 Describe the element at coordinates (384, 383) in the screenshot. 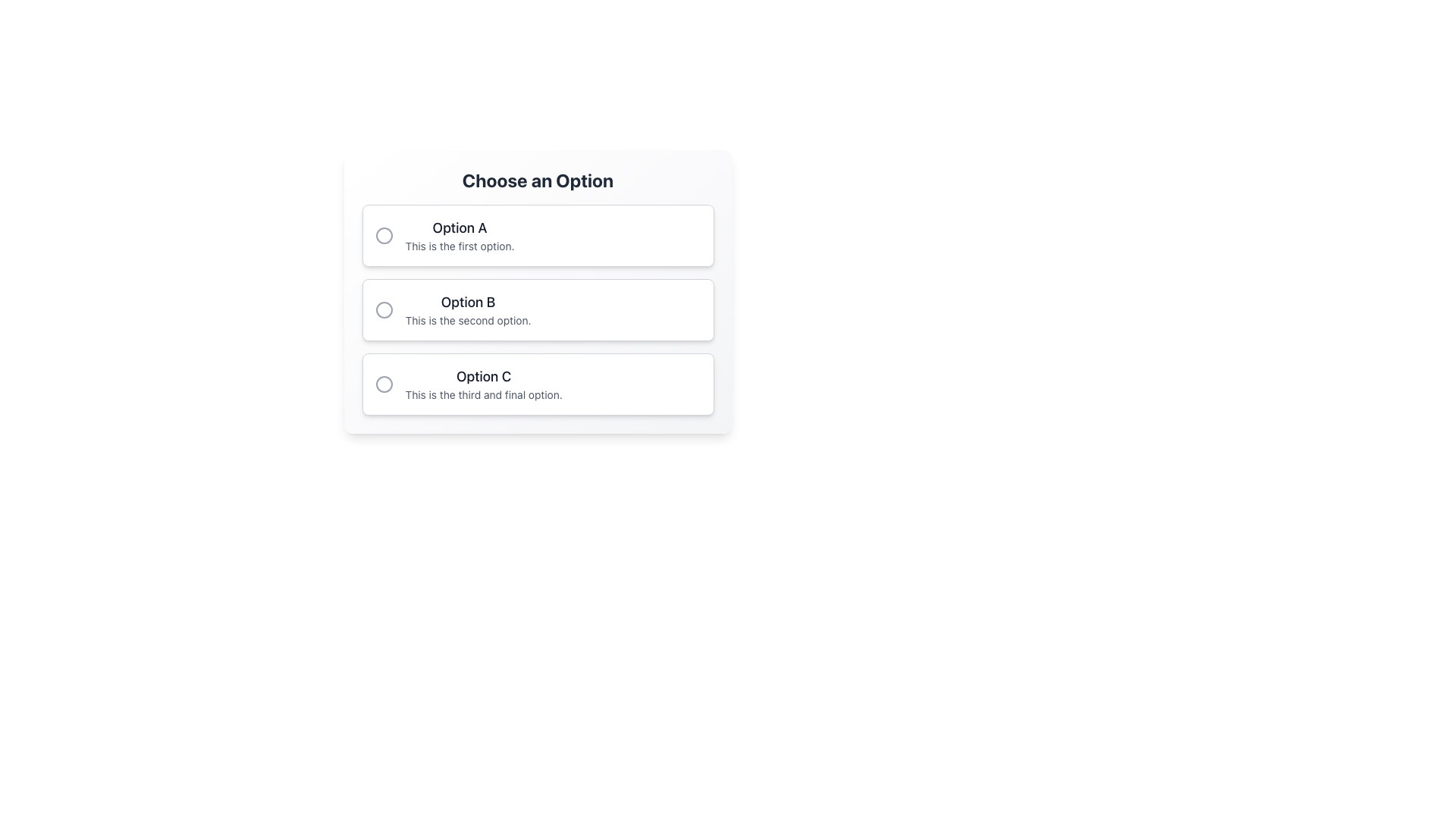

I see `the Circular SVG graphical component styled as a gray stroke circle, which is part of the radio button for 'Option C' at the bottom of the option list` at that location.